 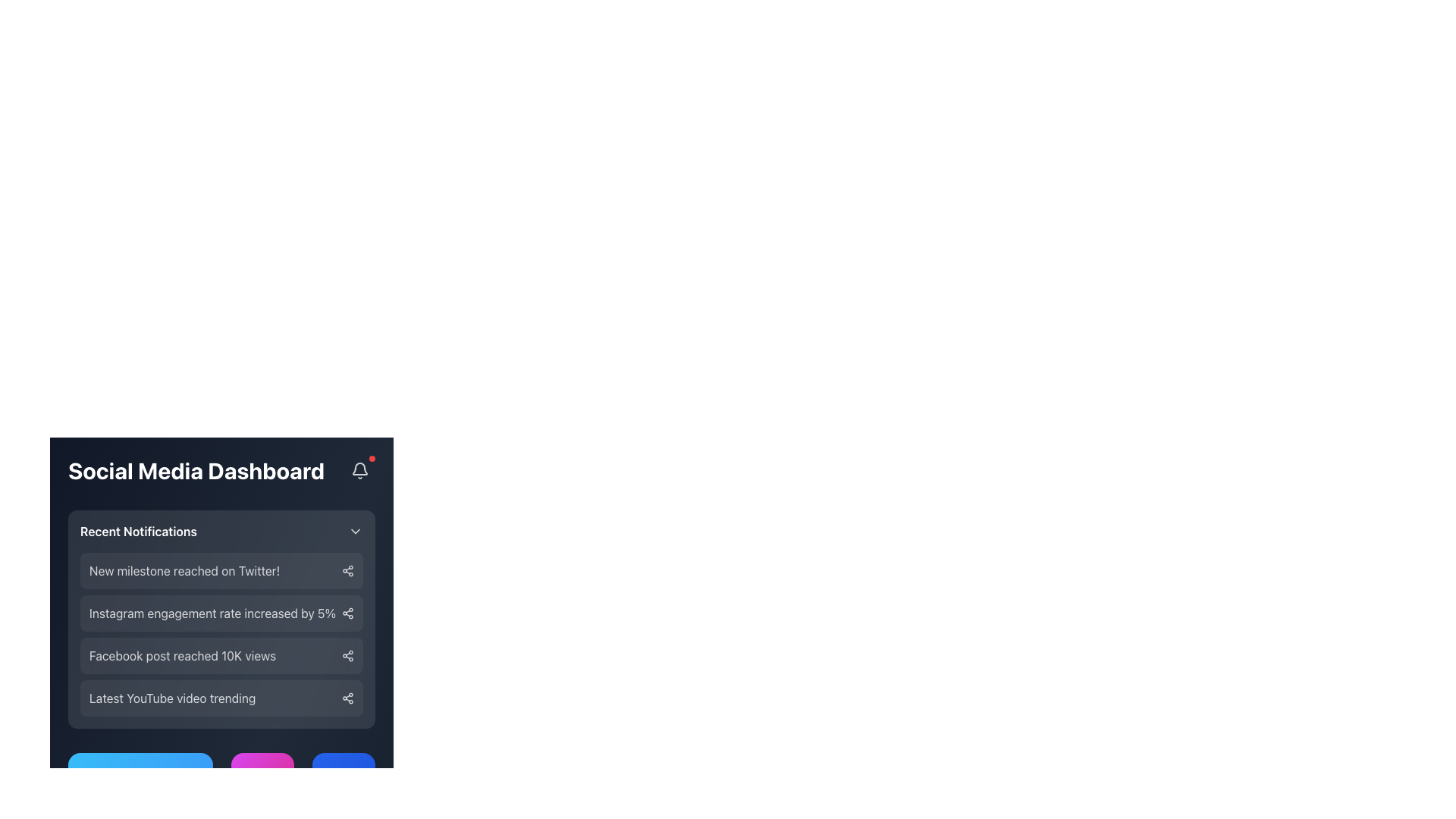 What do you see at coordinates (212, 613) in the screenshot?
I see `the text display that shows 'Instagram engagement rate increased by 5%', which is styled with white text on a dark background and is the second item in the notification list` at bounding box center [212, 613].